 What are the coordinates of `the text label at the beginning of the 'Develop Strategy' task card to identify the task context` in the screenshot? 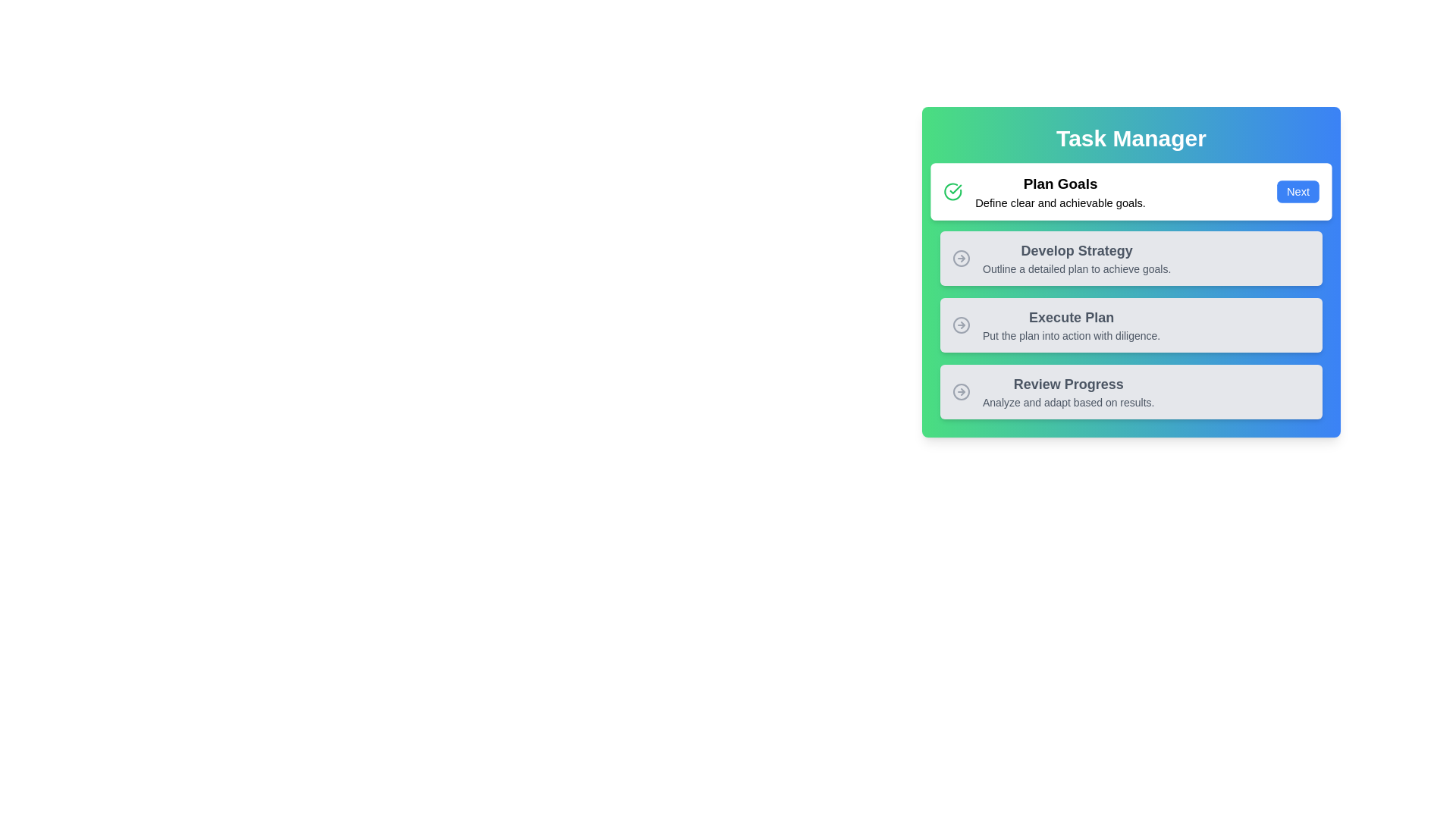 It's located at (1076, 250).